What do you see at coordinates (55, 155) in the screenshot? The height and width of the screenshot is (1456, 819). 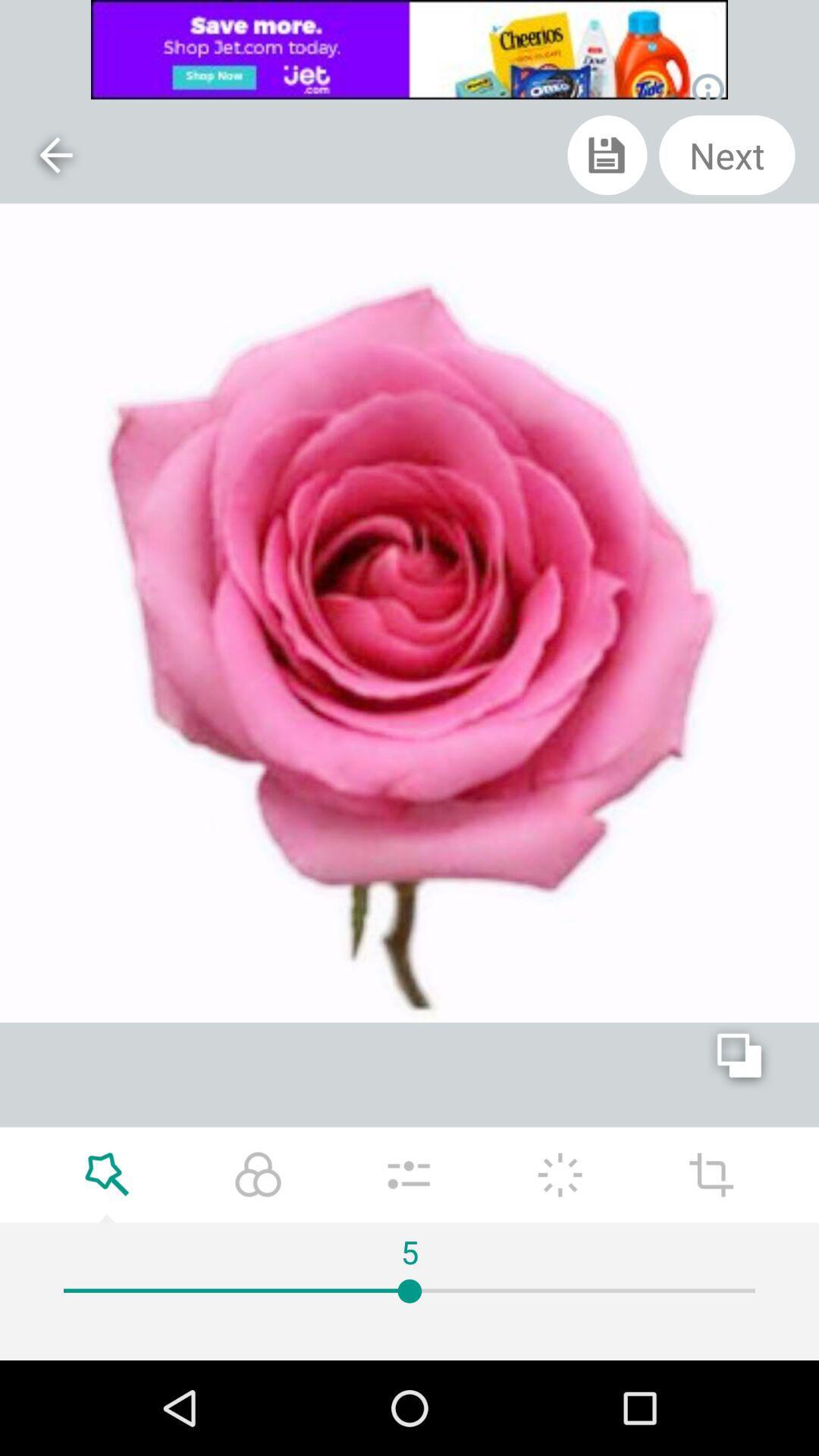 I see `the first button of the page` at bounding box center [55, 155].